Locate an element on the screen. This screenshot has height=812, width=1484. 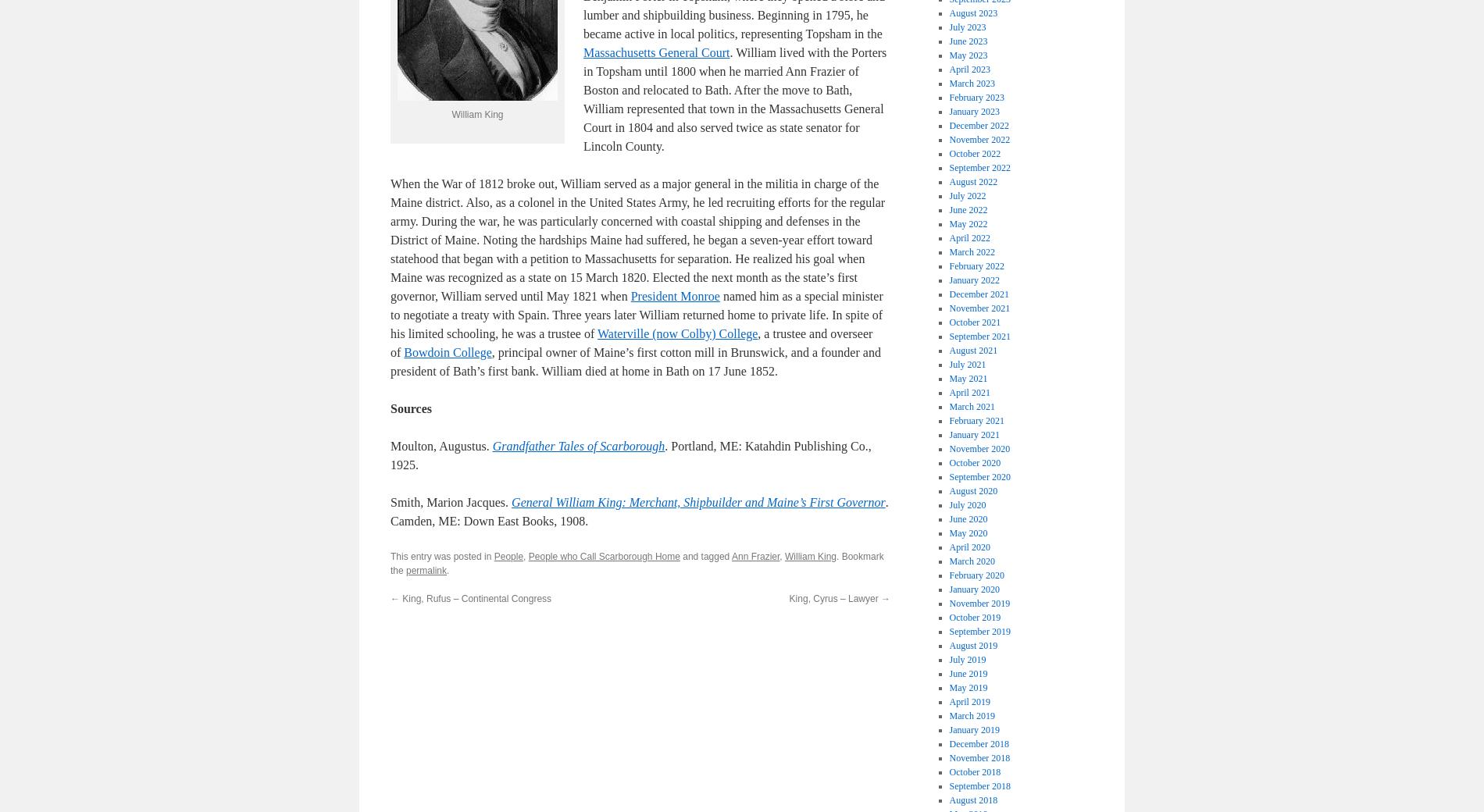
'December 2021' is located at coordinates (948, 294).